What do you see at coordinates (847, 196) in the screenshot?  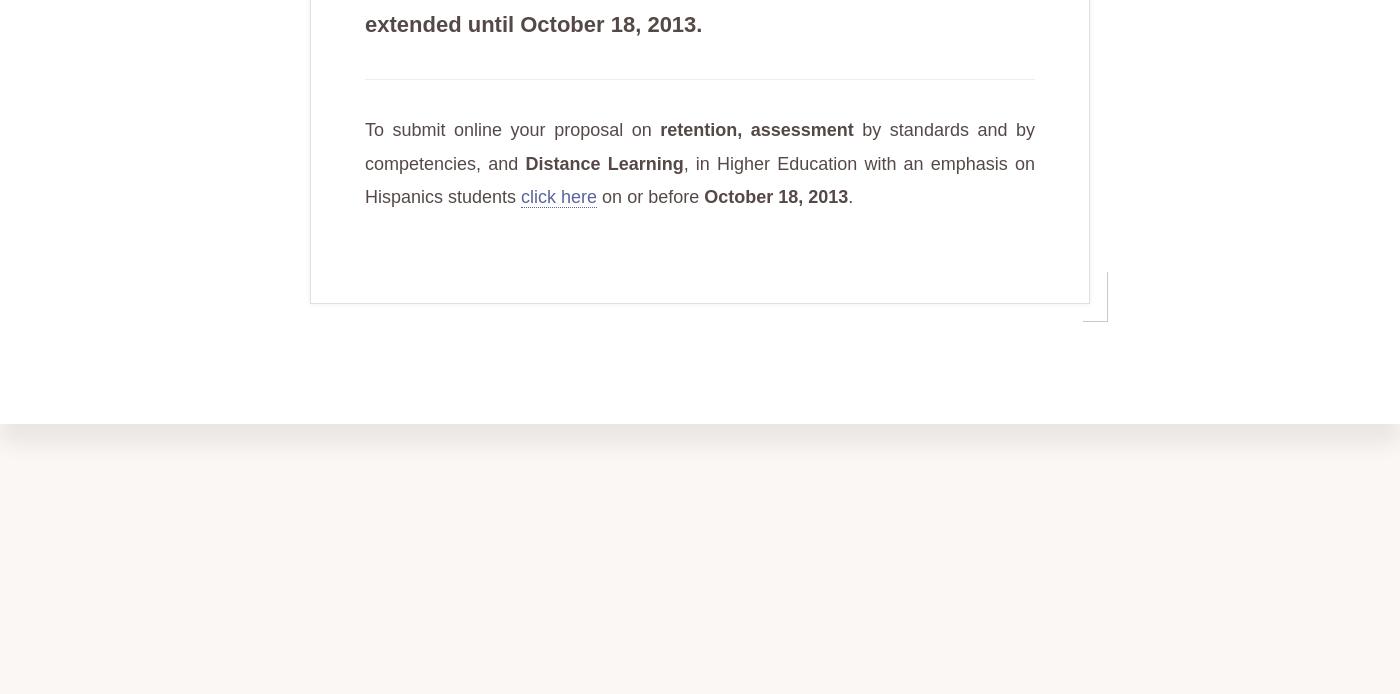 I see `'.'` at bounding box center [847, 196].